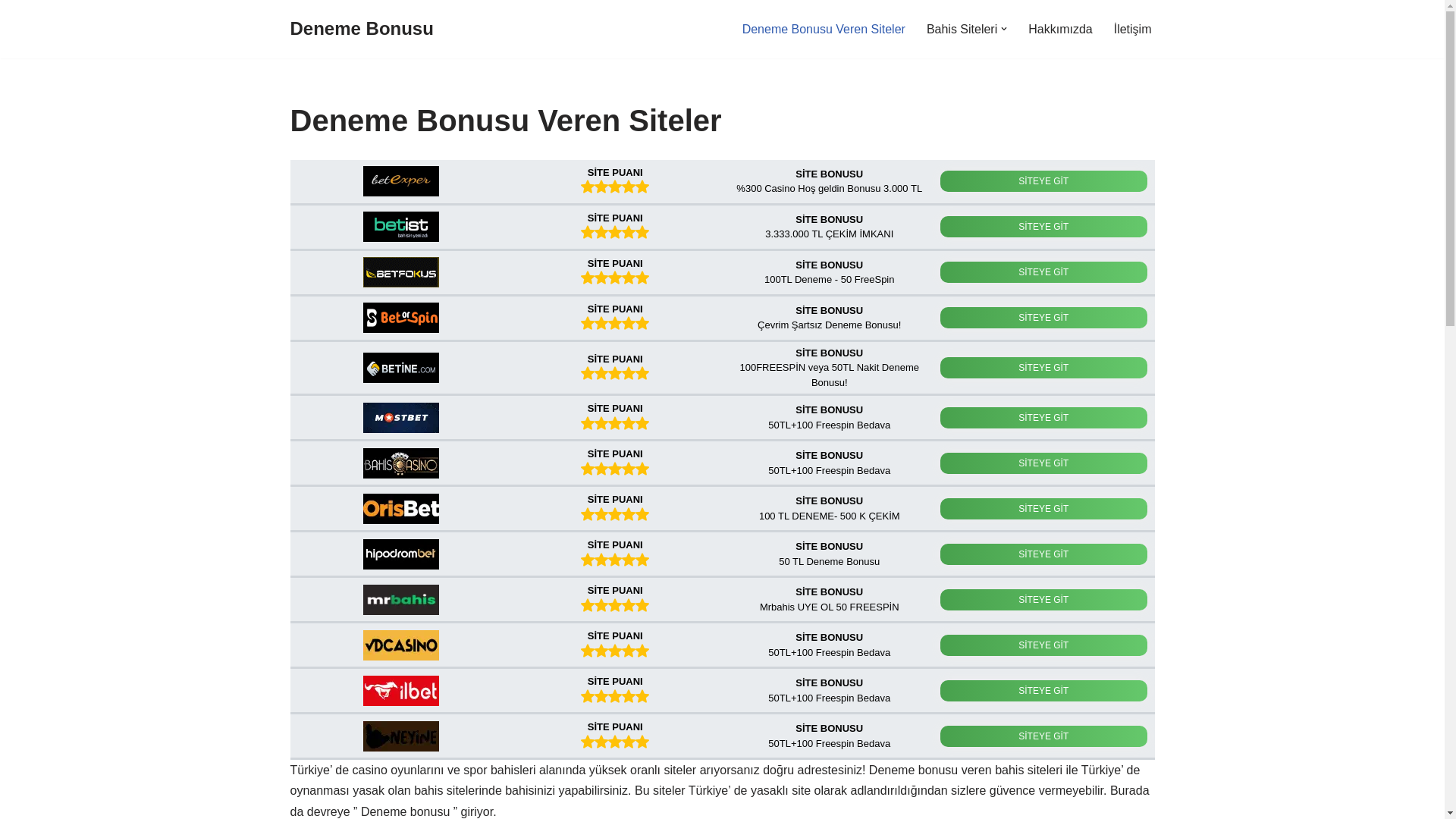 The width and height of the screenshot is (1456, 819). I want to click on 'Deneme Bonusu', so click(360, 29).